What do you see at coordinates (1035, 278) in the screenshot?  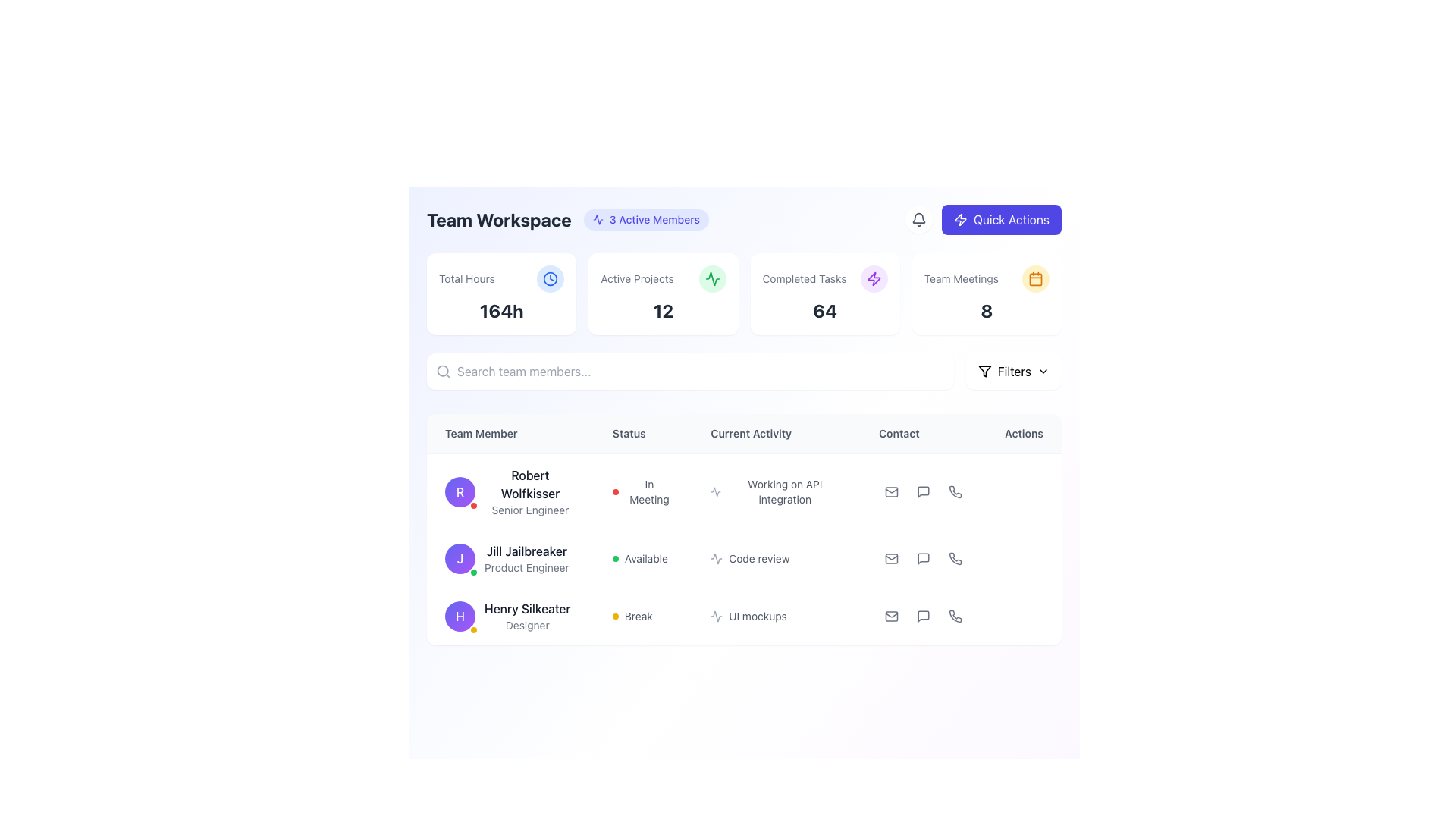 I see `the rounded rectangle icon component that is part of the calendar icon located at the top-right corner of the interface, adjacent to the 'Team Meetings' card` at bounding box center [1035, 278].